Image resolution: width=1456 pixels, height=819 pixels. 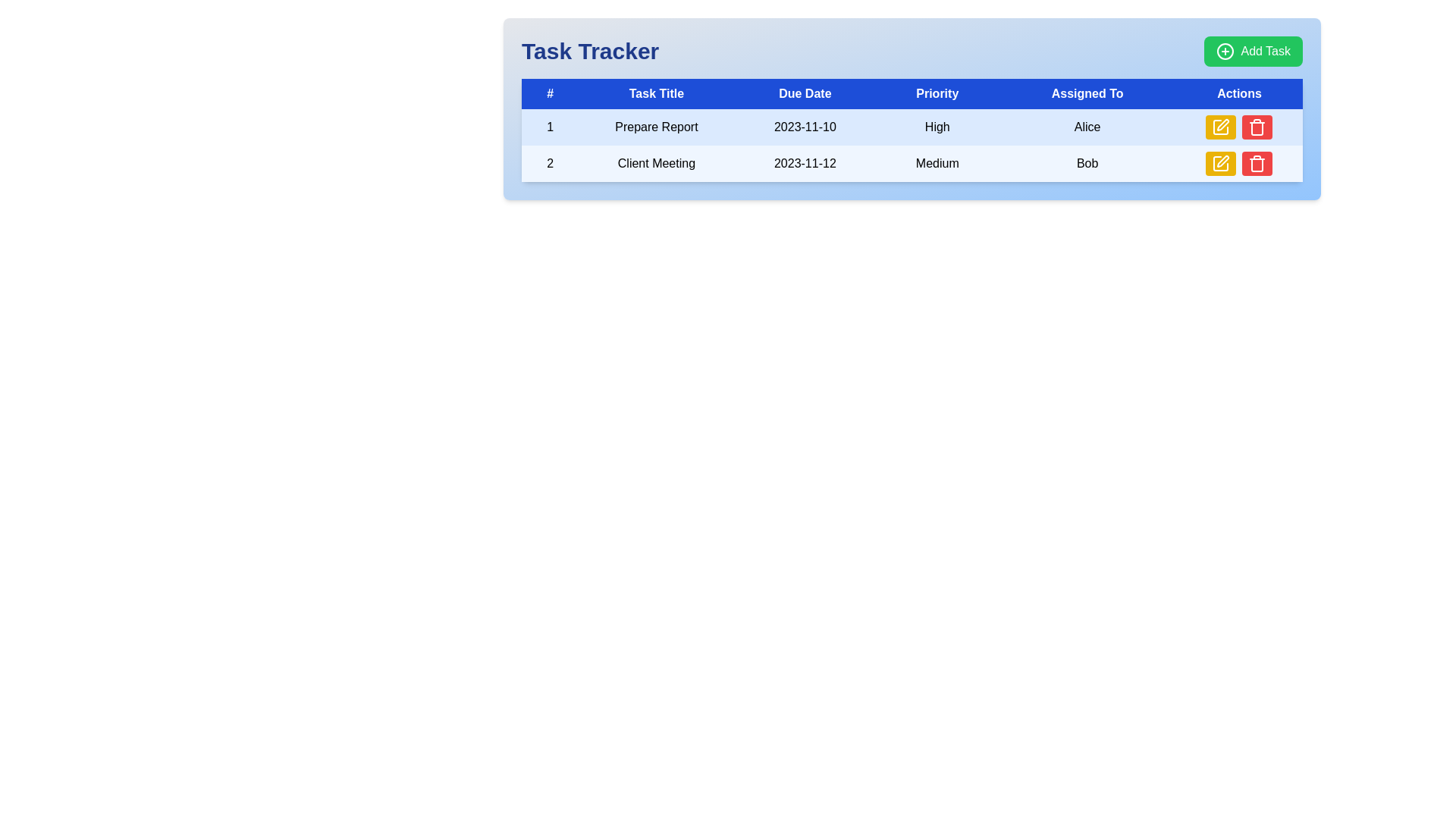 I want to click on the static text label displaying 'Alice' in the 'Assigned To' column of the task management table, so click(x=1087, y=127).